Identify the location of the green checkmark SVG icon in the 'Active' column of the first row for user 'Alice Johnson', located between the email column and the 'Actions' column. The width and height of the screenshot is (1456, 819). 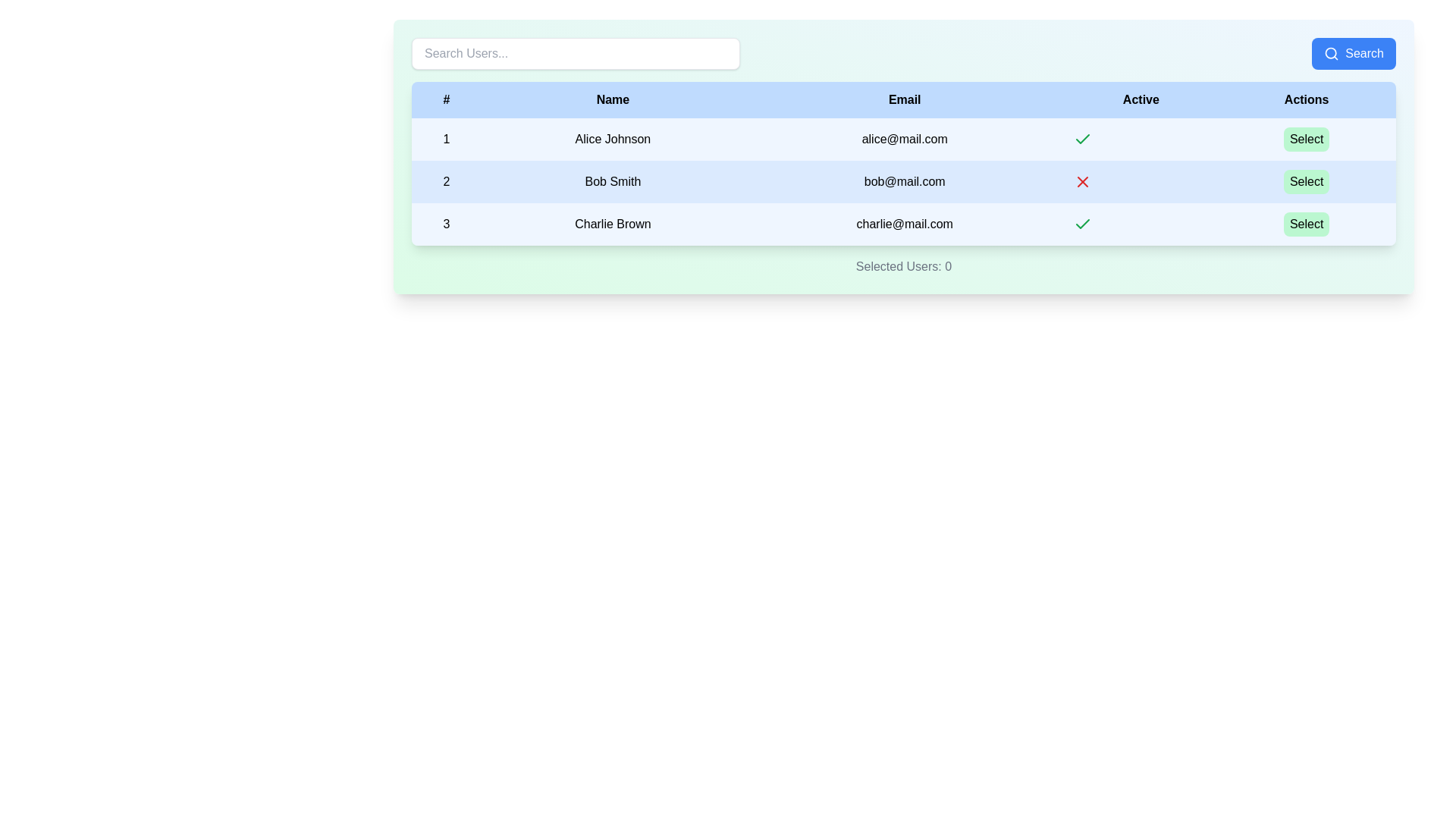
(1082, 140).